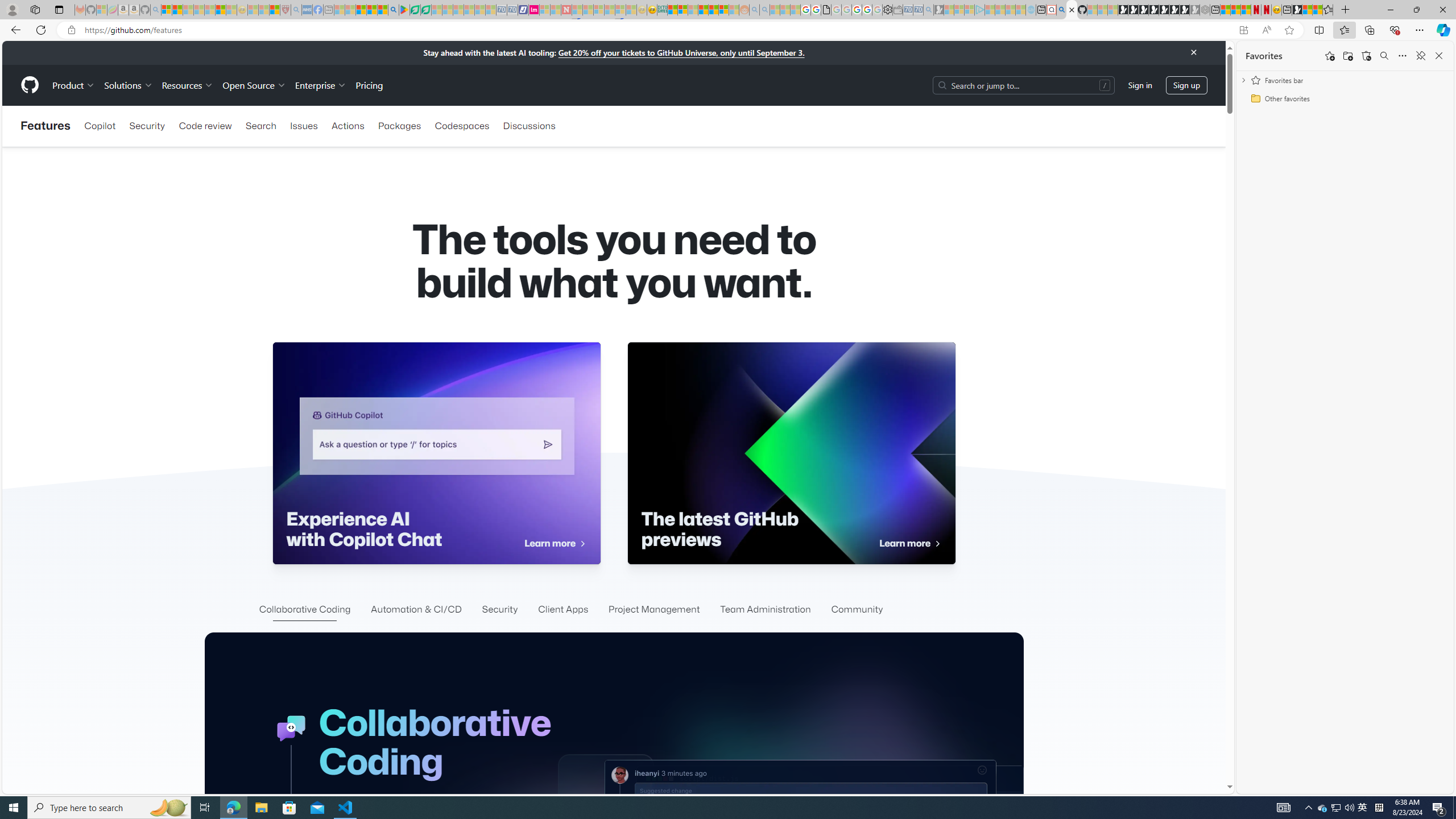 This screenshot has width=1456, height=819. What do you see at coordinates (320, 85) in the screenshot?
I see `'Enterprise'` at bounding box center [320, 85].